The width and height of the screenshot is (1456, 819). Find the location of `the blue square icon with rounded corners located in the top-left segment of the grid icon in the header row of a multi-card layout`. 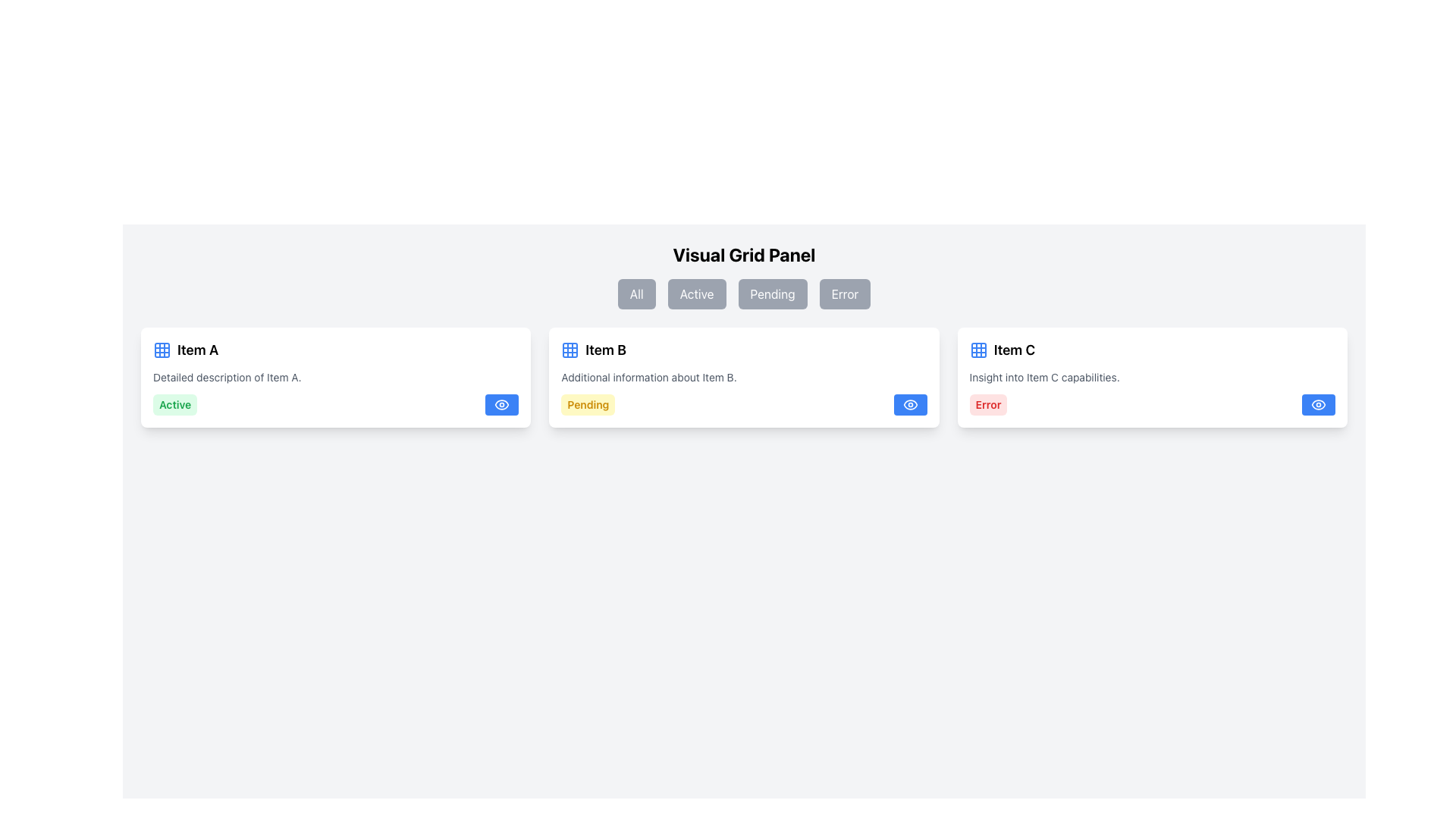

the blue square icon with rounded corners located in the top-left segment of the grid icon in the header row of a multi-card layout is located at coordinates (570, 350).